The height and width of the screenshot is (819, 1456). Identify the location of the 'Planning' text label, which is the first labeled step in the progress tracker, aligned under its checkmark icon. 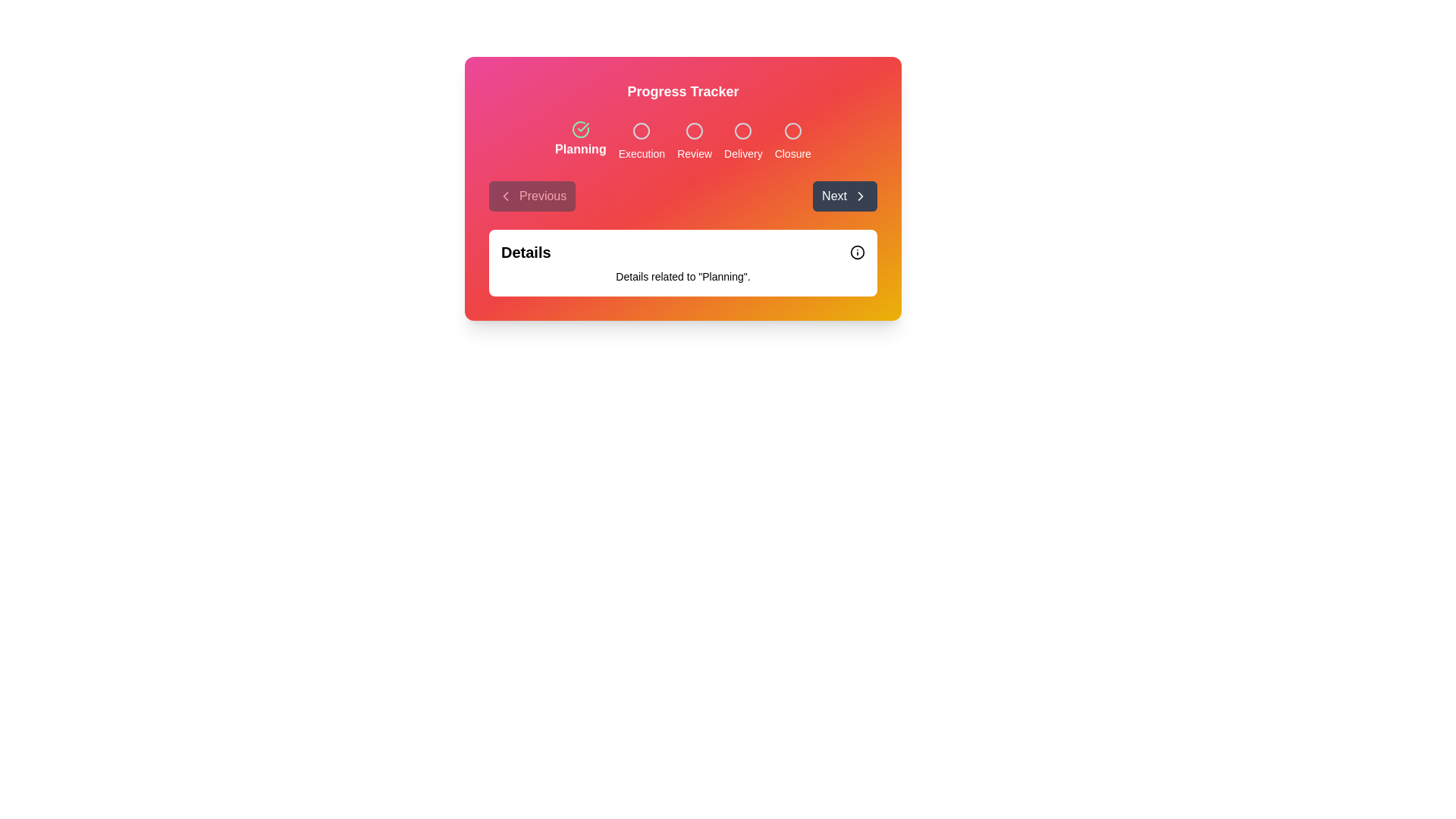
(579, 141).